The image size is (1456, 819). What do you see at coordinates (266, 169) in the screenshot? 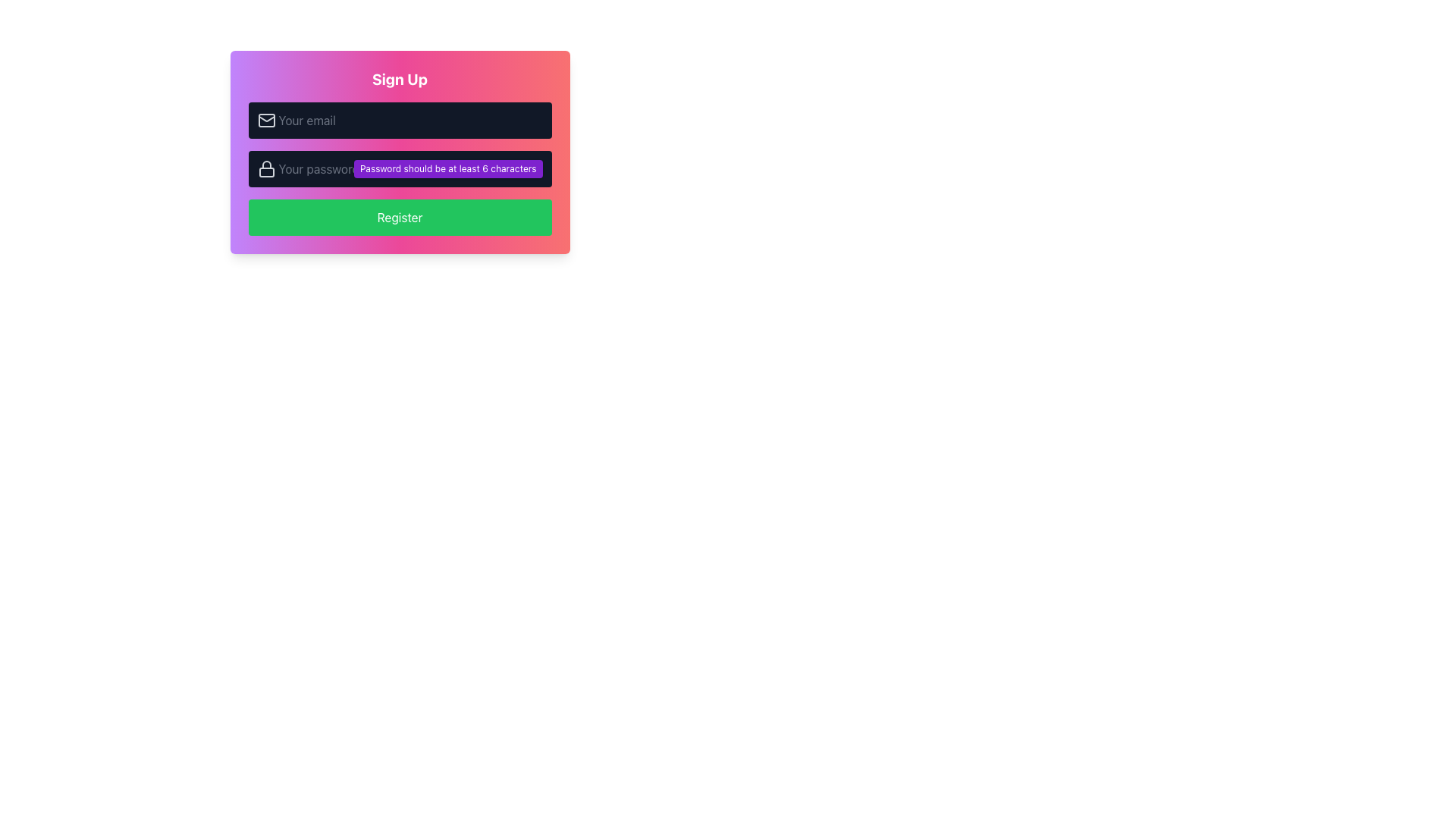
I see `the decorative icon that signifies the password field, located to the left of the password input field and vertically aligned with its center` at bounding box center [266, 169].